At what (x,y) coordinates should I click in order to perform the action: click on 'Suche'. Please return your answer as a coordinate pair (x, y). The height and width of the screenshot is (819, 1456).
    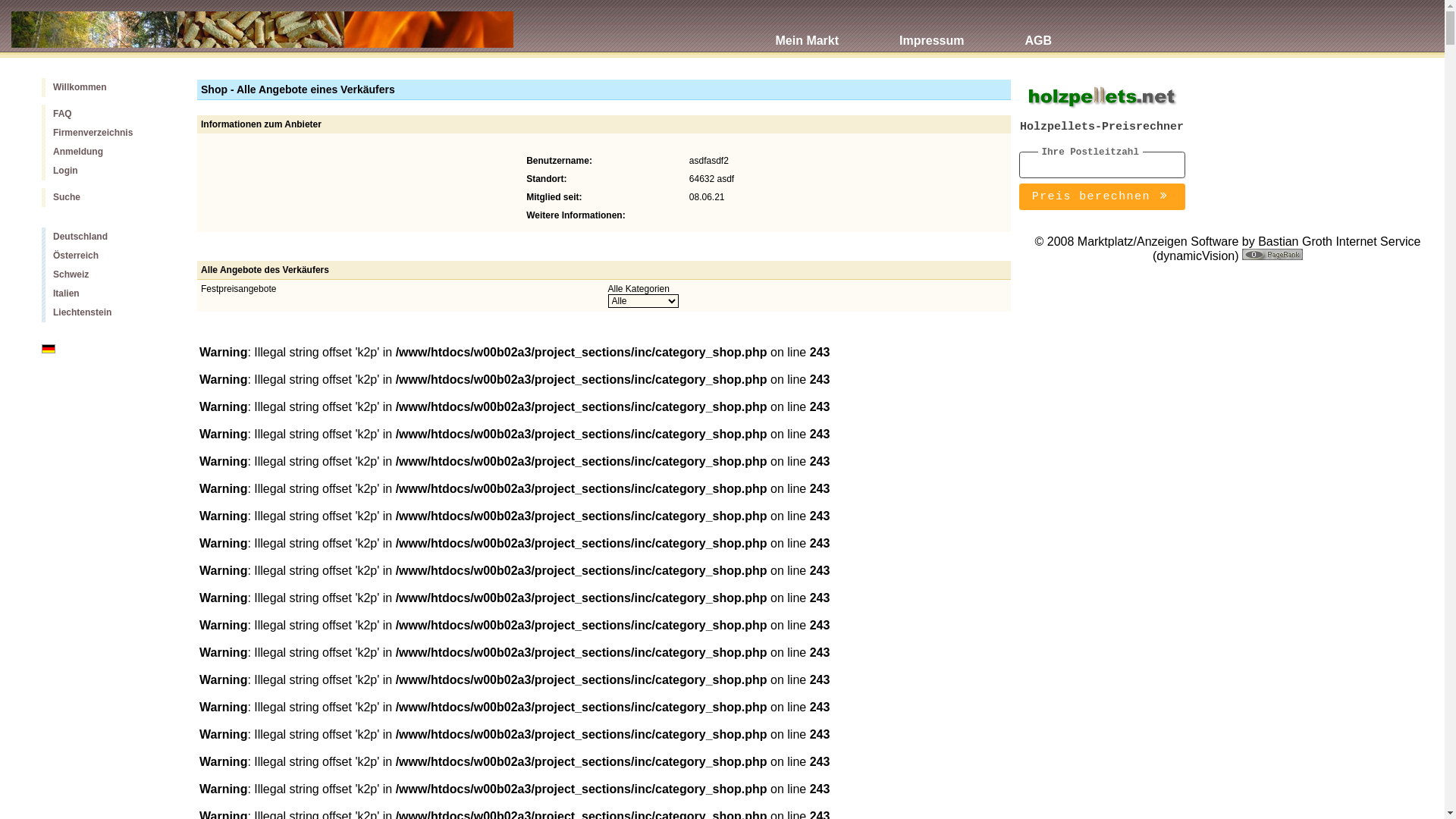
    Looking at the image, I should click on (107, 196).